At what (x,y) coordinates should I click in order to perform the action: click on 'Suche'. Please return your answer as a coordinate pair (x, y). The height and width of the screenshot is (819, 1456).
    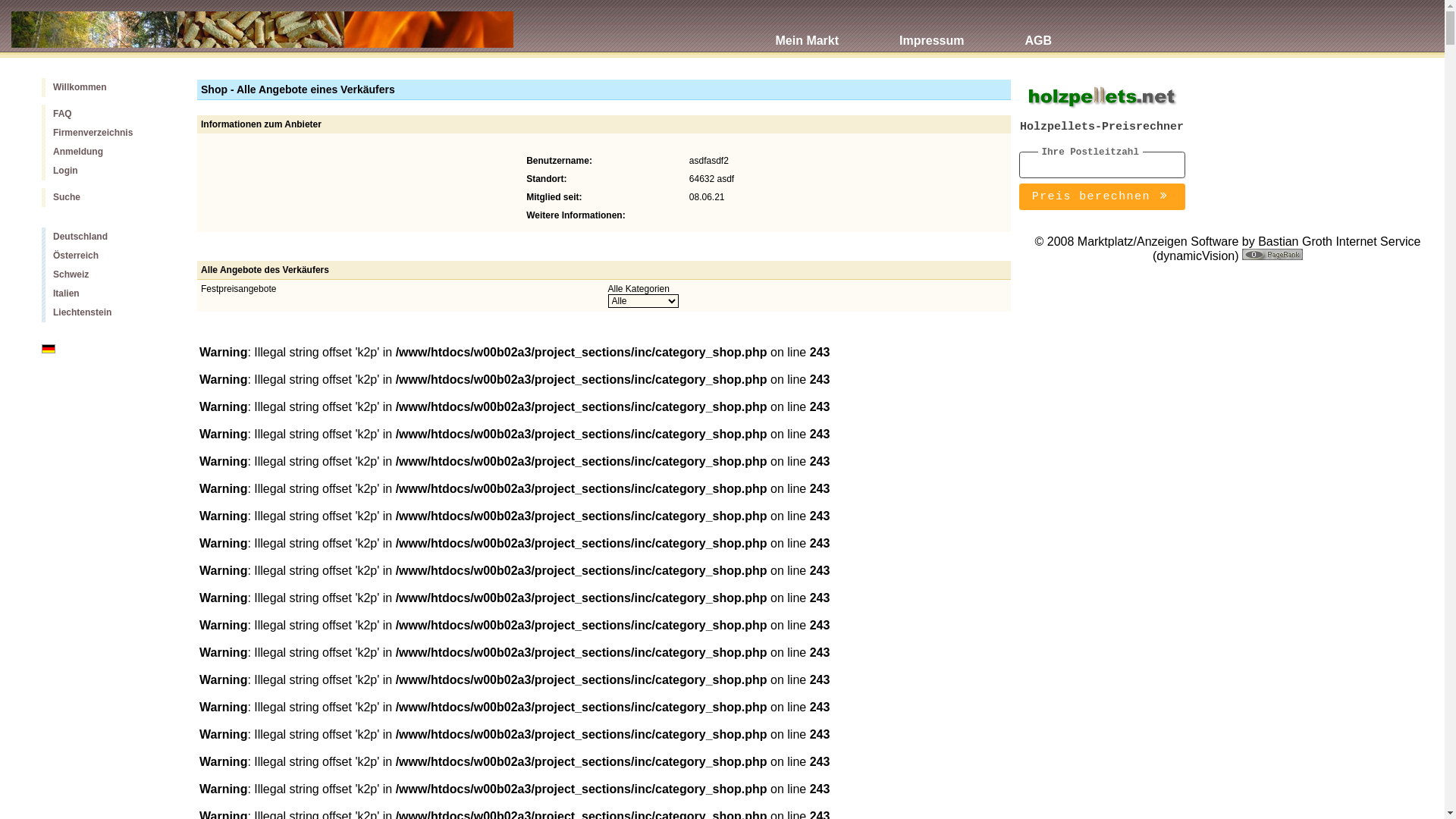
    Looking at the image, I should click on (107, 196).